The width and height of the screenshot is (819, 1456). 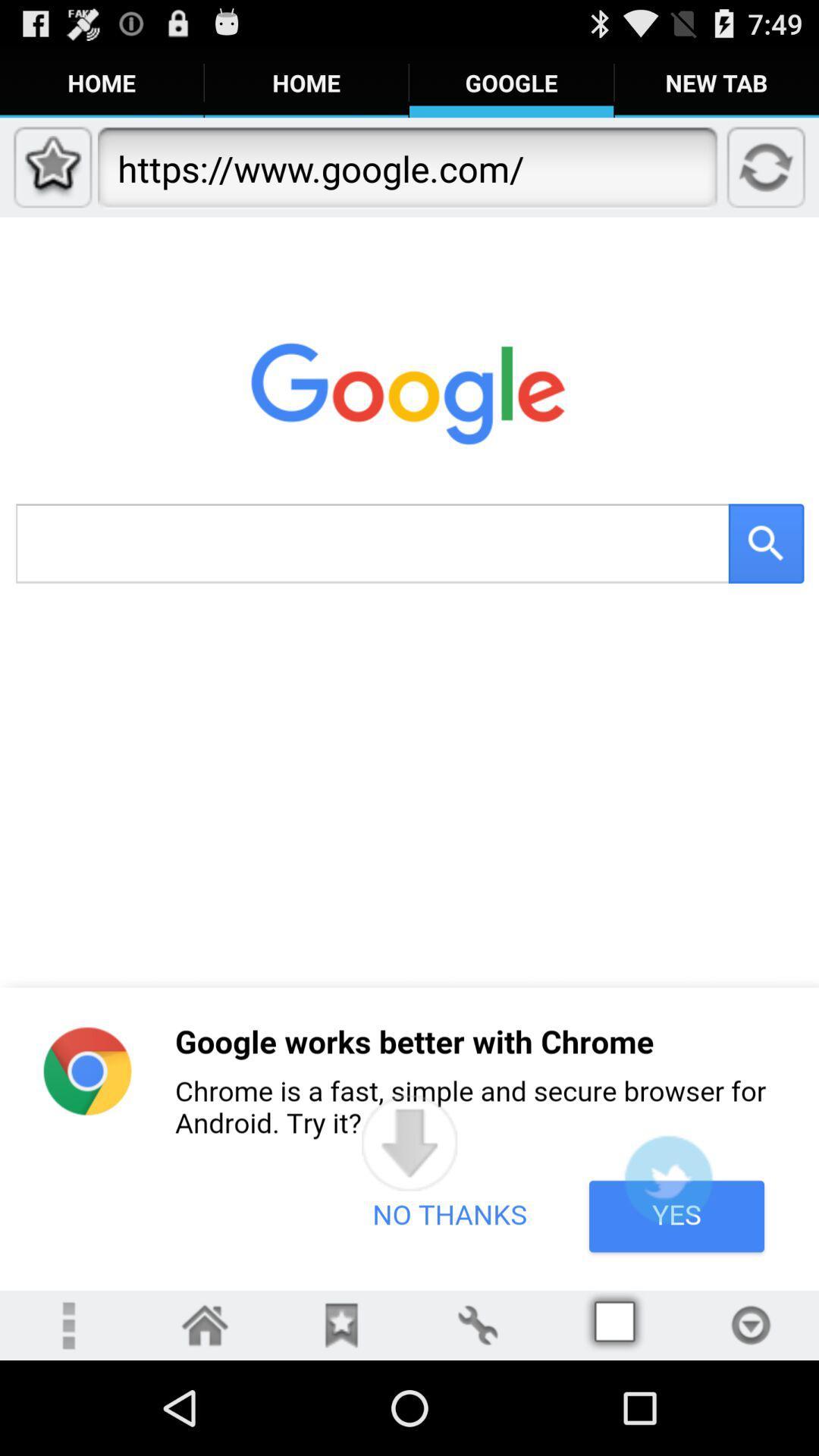 What do you see at coordinates (751, 1324) in the screenshot?
I see `download` at bounding box center [751, 1324].